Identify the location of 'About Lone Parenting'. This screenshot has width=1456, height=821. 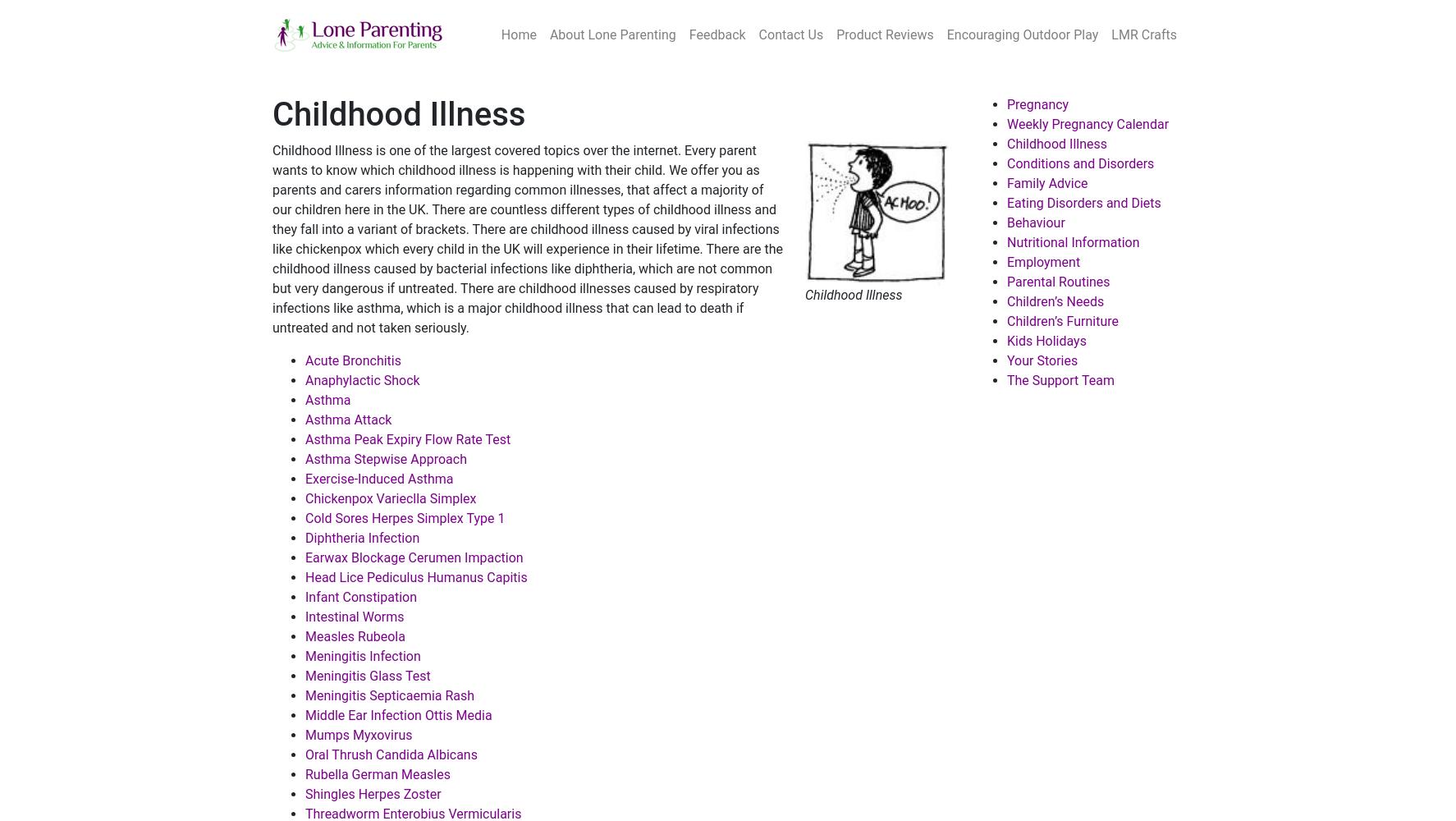
(611, 34).